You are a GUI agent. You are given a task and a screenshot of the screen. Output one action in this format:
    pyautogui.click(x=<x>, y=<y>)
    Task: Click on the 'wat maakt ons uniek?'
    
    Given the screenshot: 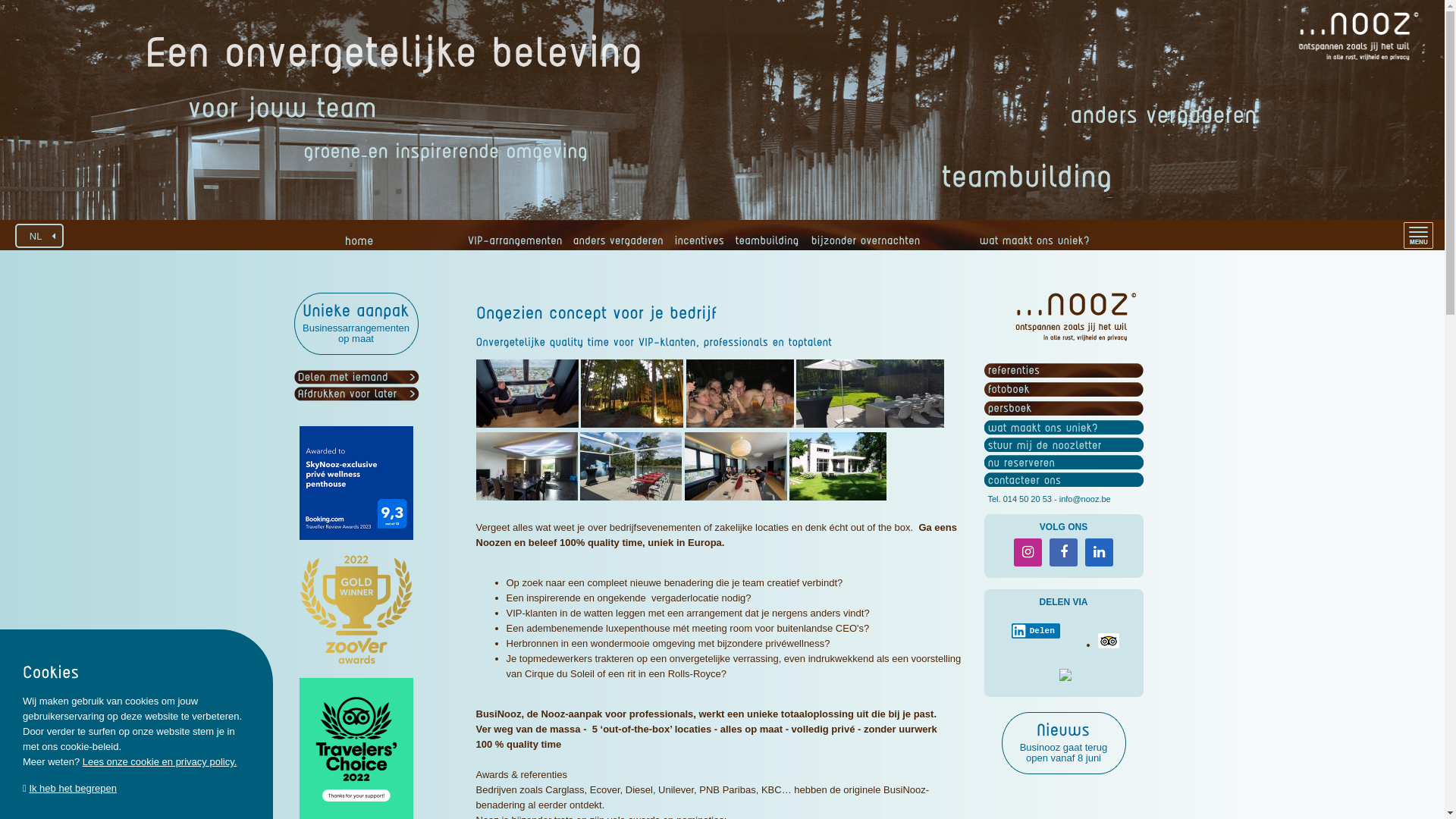 What is the action you would take?
    pyautogui.click(x=1031, y=244)
    